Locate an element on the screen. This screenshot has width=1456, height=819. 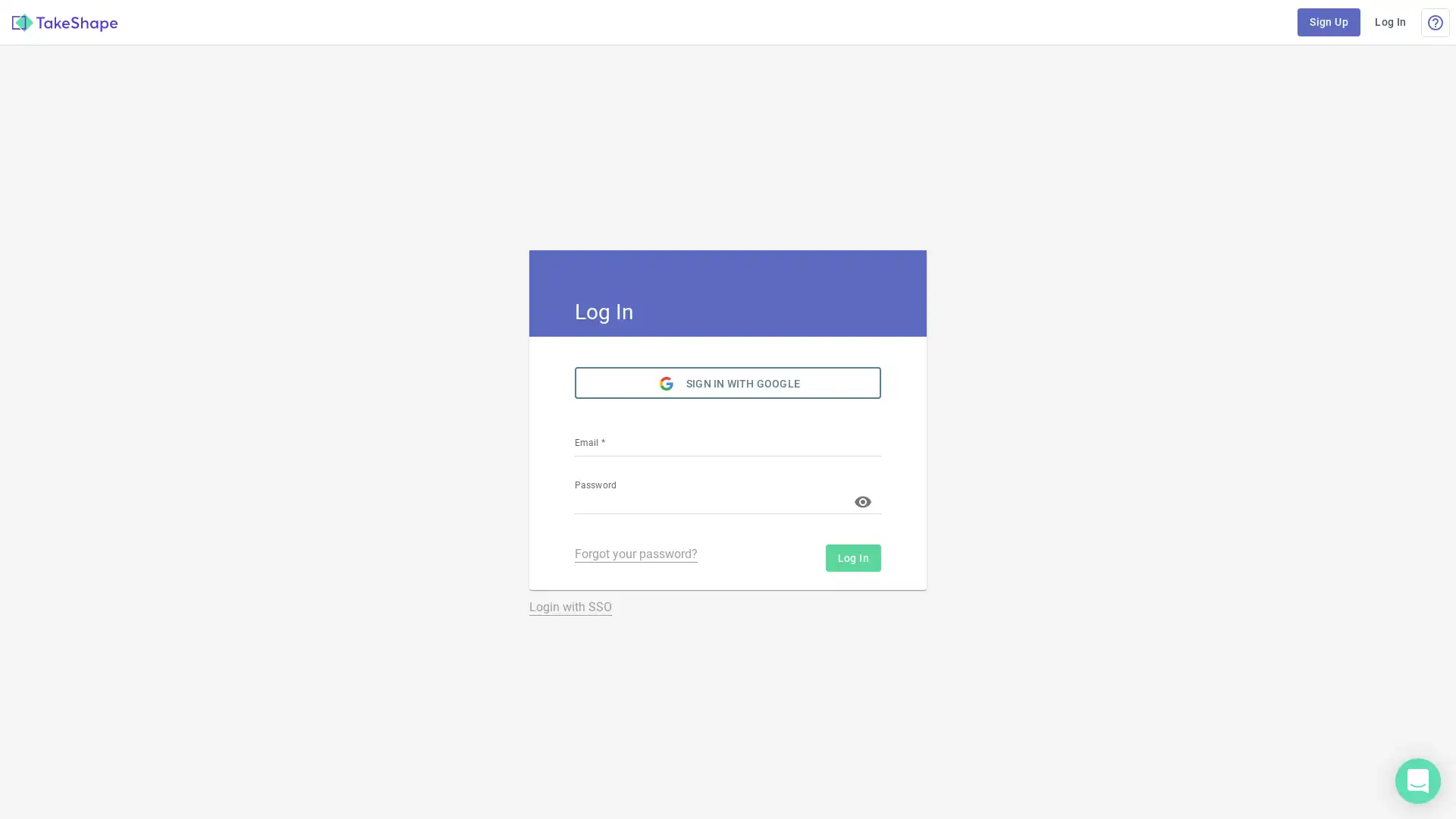
Help is located at coordinates (1434, 22).